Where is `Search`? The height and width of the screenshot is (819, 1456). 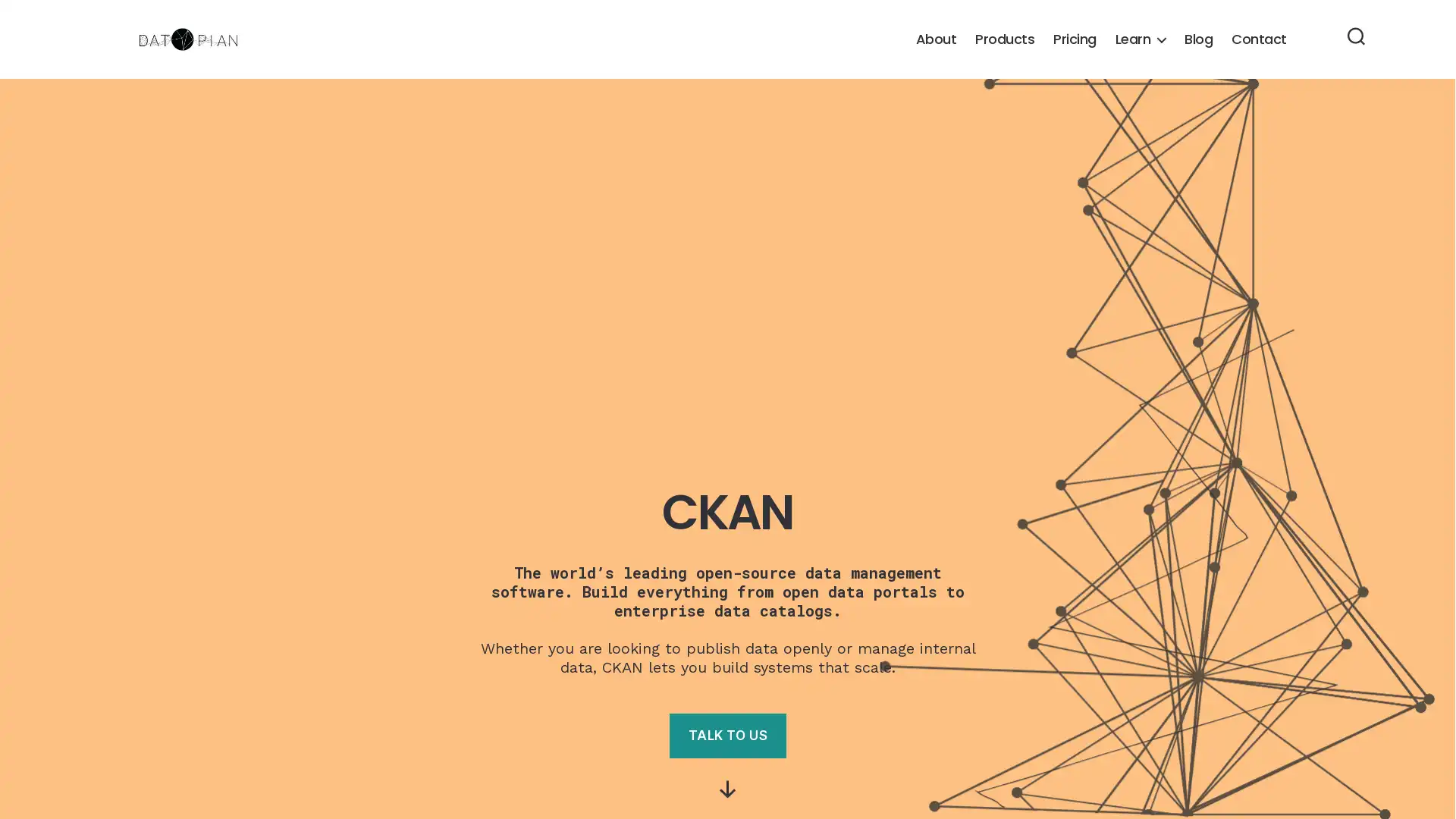
Search is located at coordinates (1356, 37).